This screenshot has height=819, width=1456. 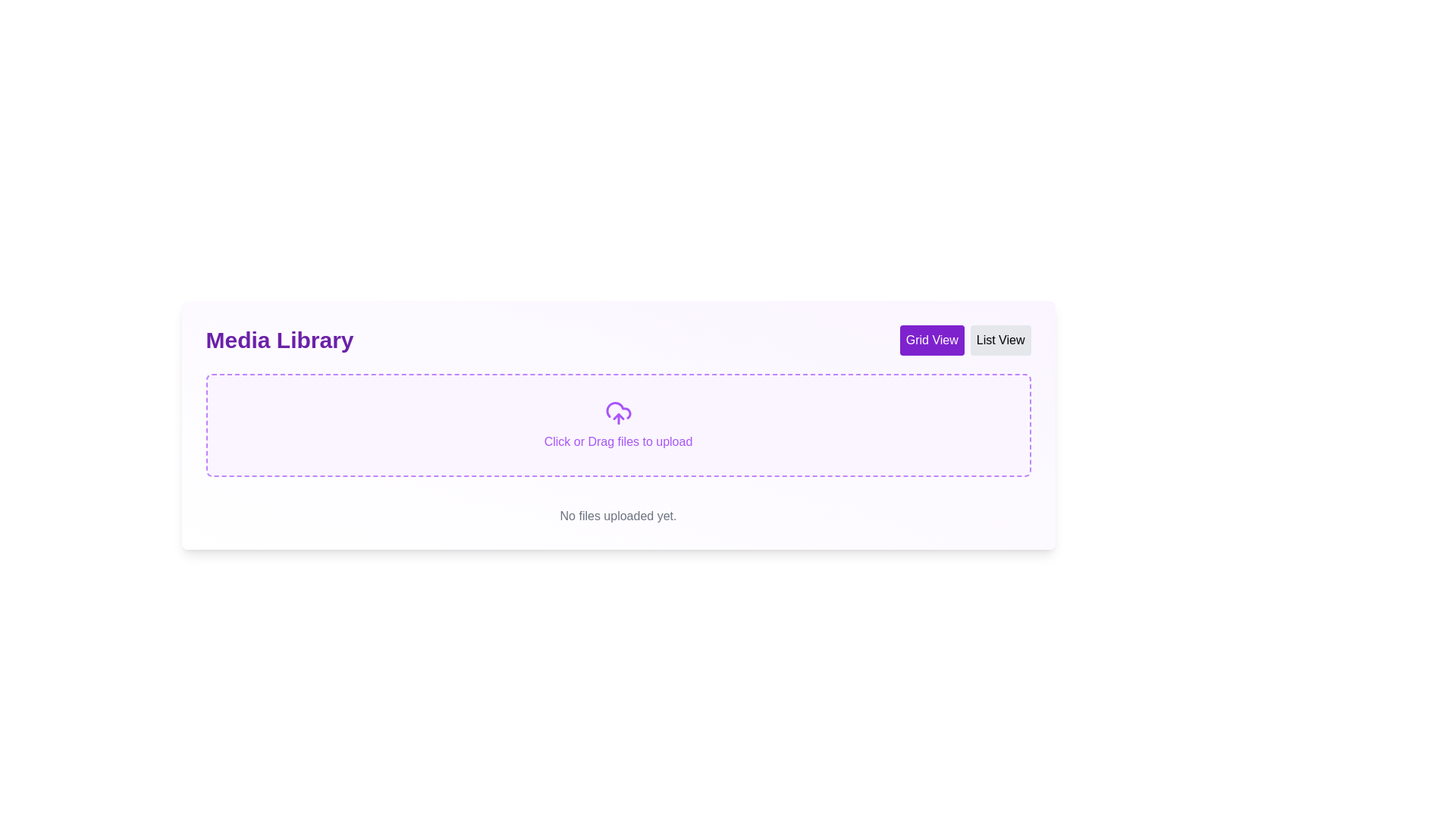 I want to click on the 'Grid View' button in the Toggle button group located at the top-right corner of the main content area to switch to grid layout, so click(x=965, y=339).